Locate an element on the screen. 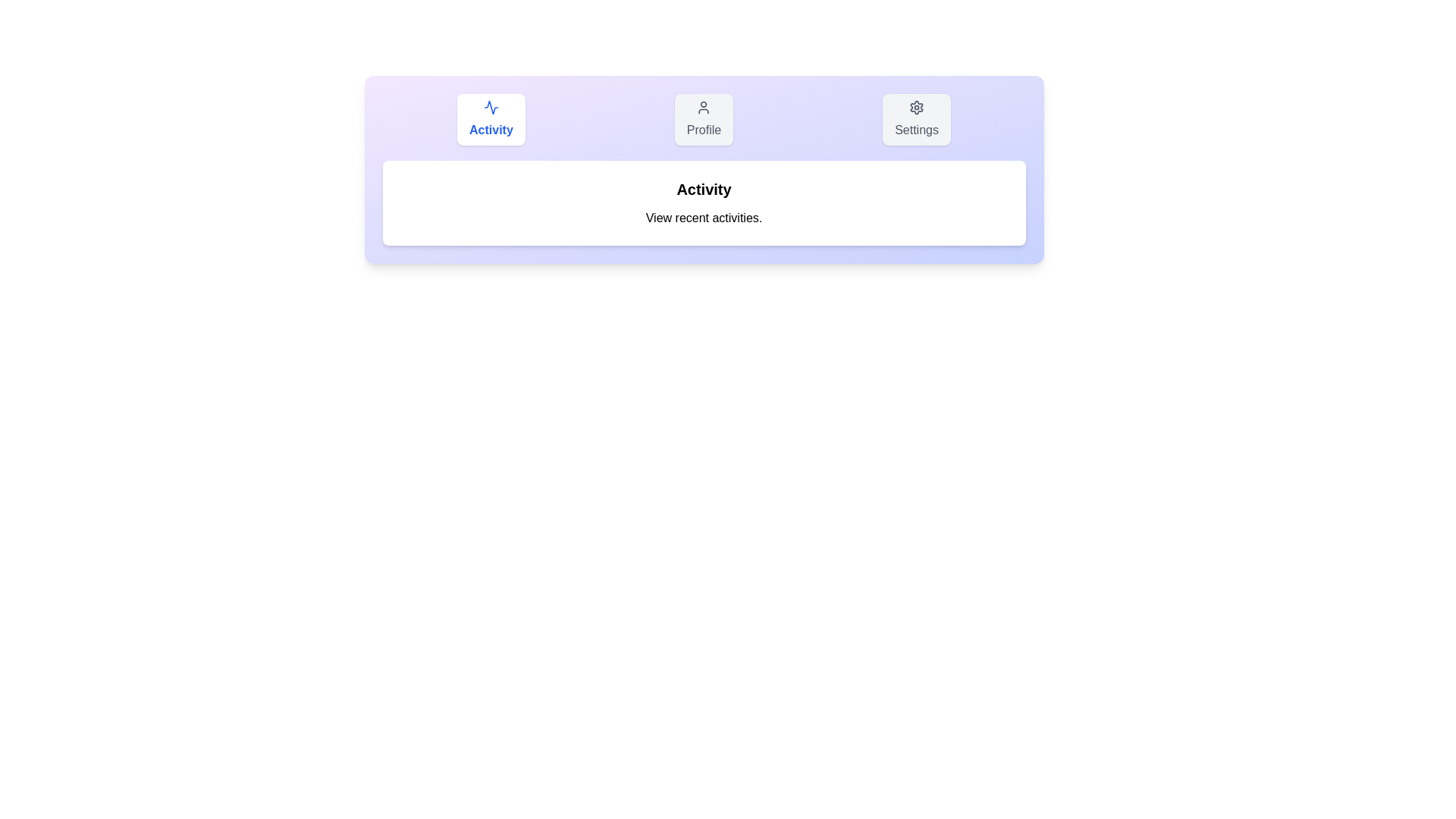 The width and height of the screenshot is (1456, 819). the Settings tab to switch to it is located at coordinates (916, 119).